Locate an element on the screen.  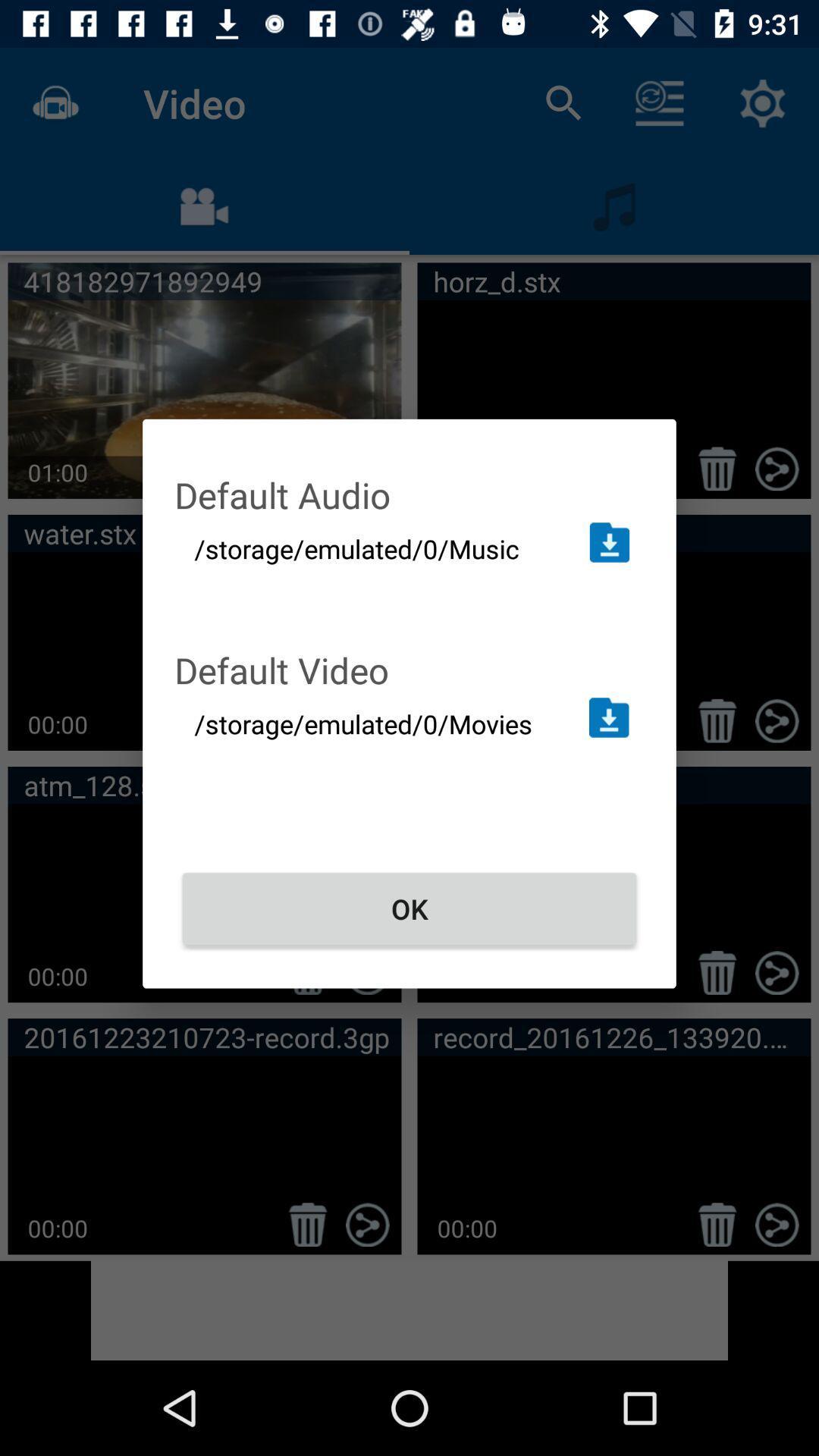
change folder is located at coordinates (608, 542).